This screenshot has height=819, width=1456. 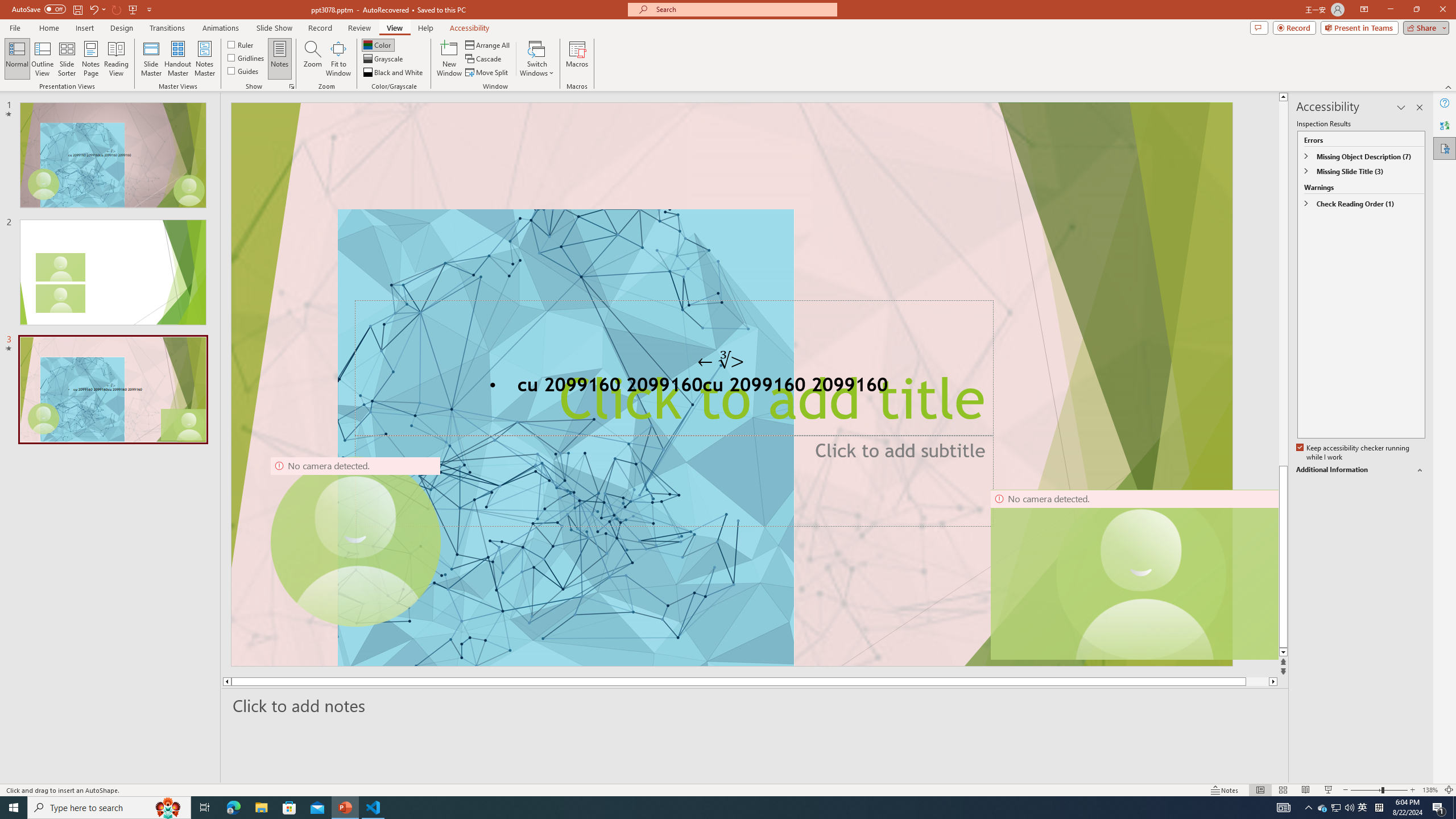 I want to click on 'Slide Master', so click(x=151, y=59).